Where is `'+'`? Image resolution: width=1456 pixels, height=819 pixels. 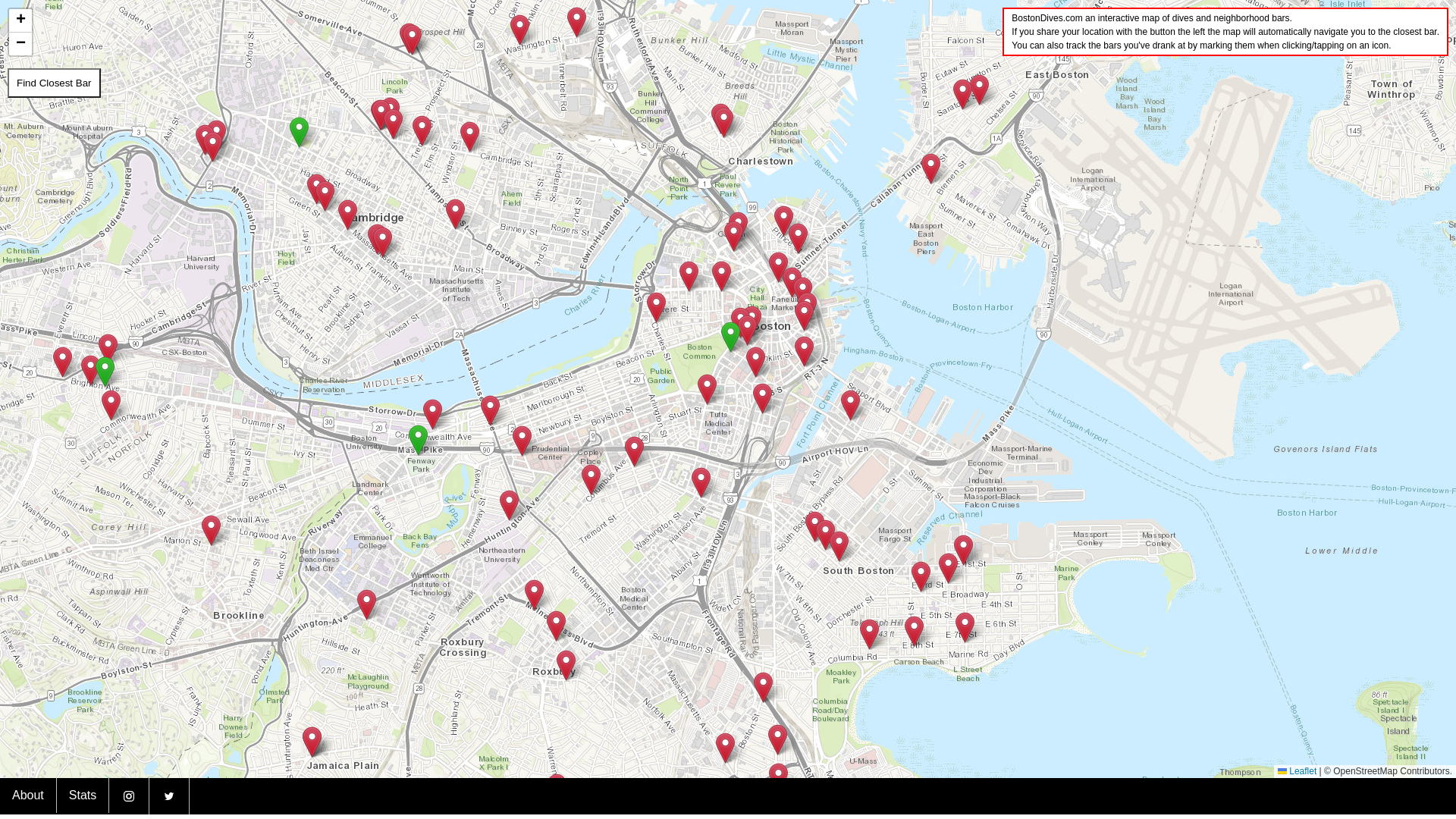 '+' is located at coordinates (20, 20).